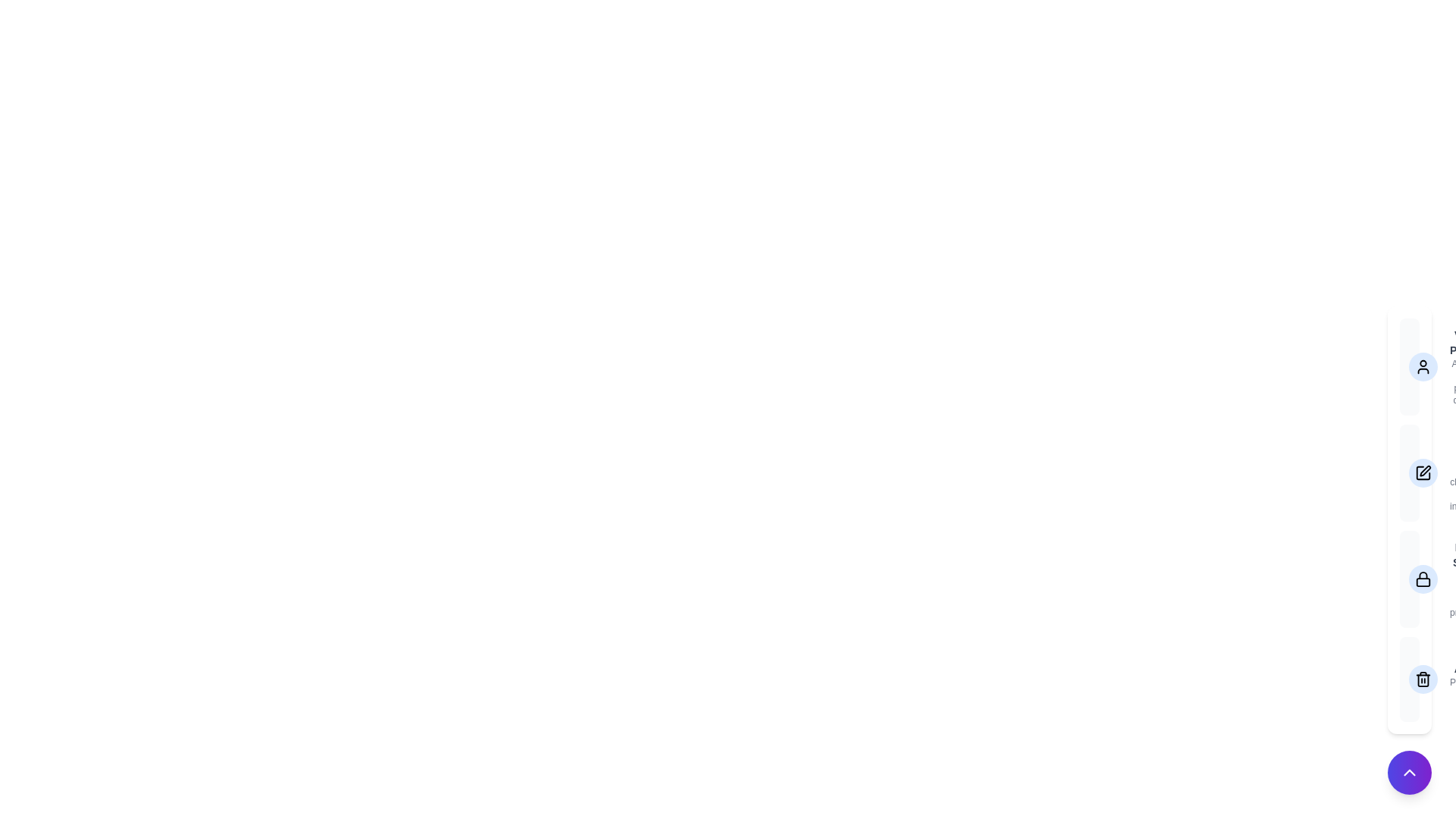  Describe the element at coordinates (1408, 579) in the screenshot. I see `the menu option labeled Privacy Settings` at that location.